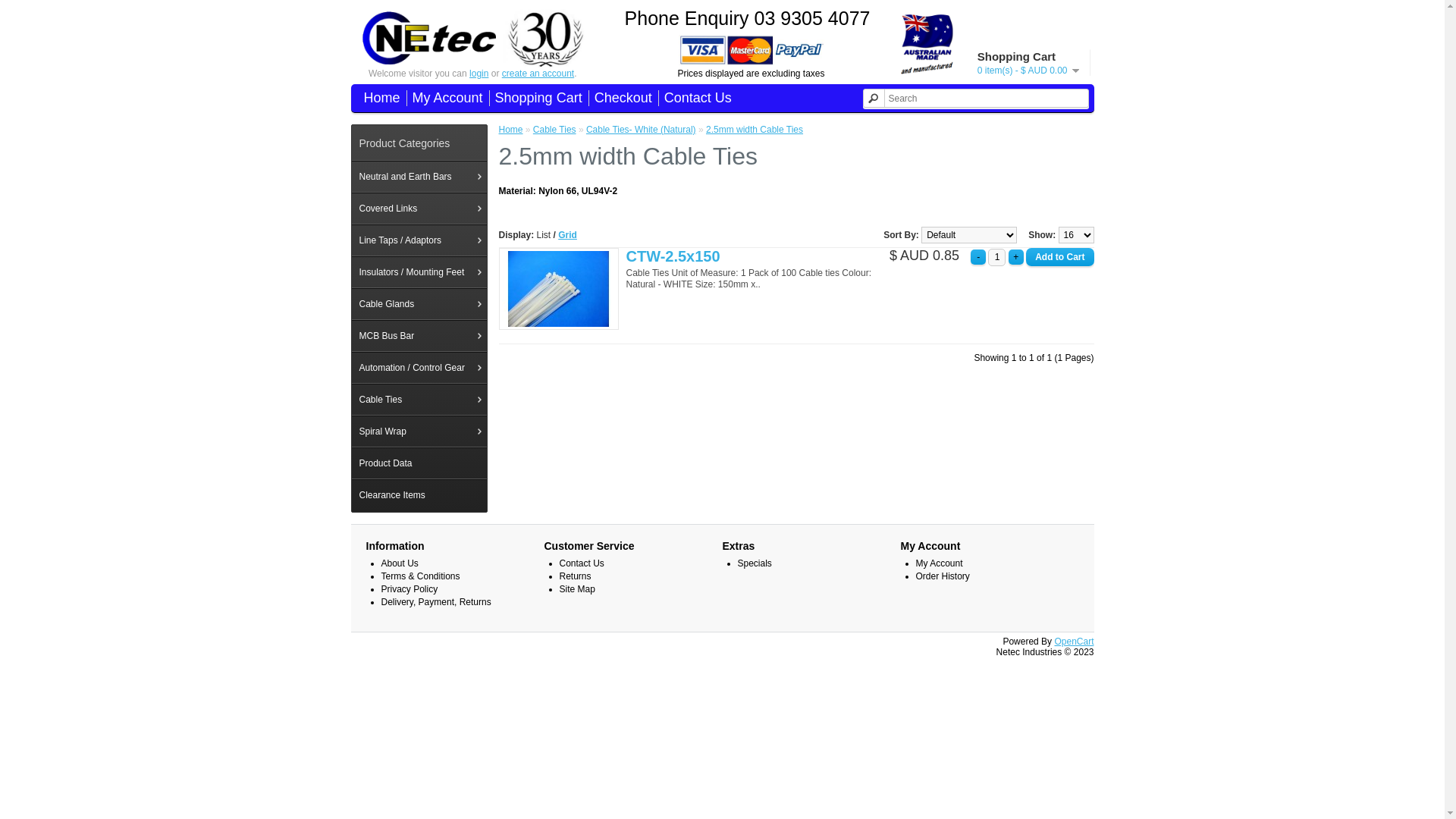 The height and width of the screenshot is (819, 1456). I want to click on 'Clearance Items', so click(419, 494).